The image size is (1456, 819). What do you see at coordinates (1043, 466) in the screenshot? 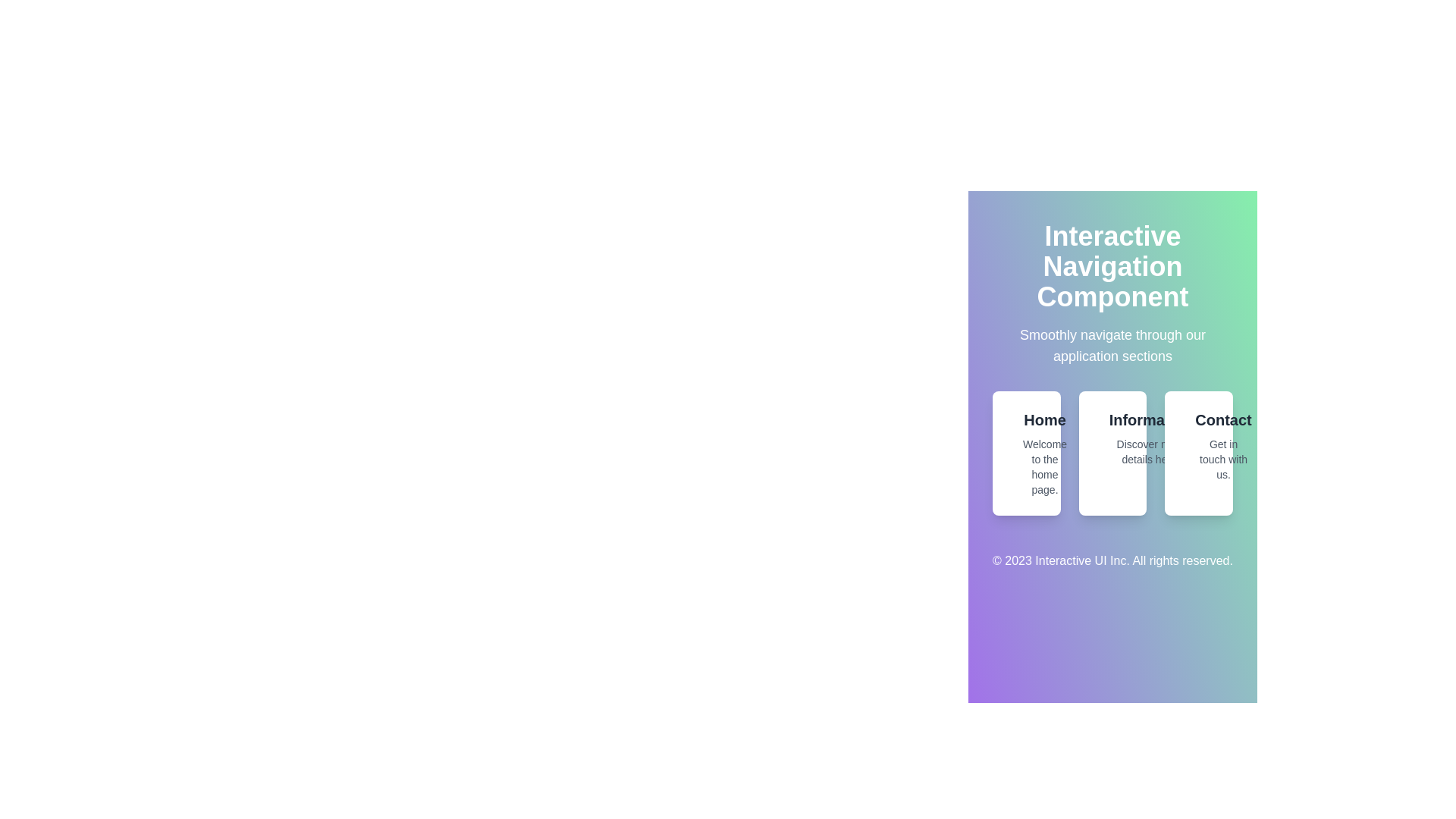
I see `welcoming message text located beneath the 'Home' title in the leftmost card of three horizontally aligned cards` at bounding box center [1043, 466].